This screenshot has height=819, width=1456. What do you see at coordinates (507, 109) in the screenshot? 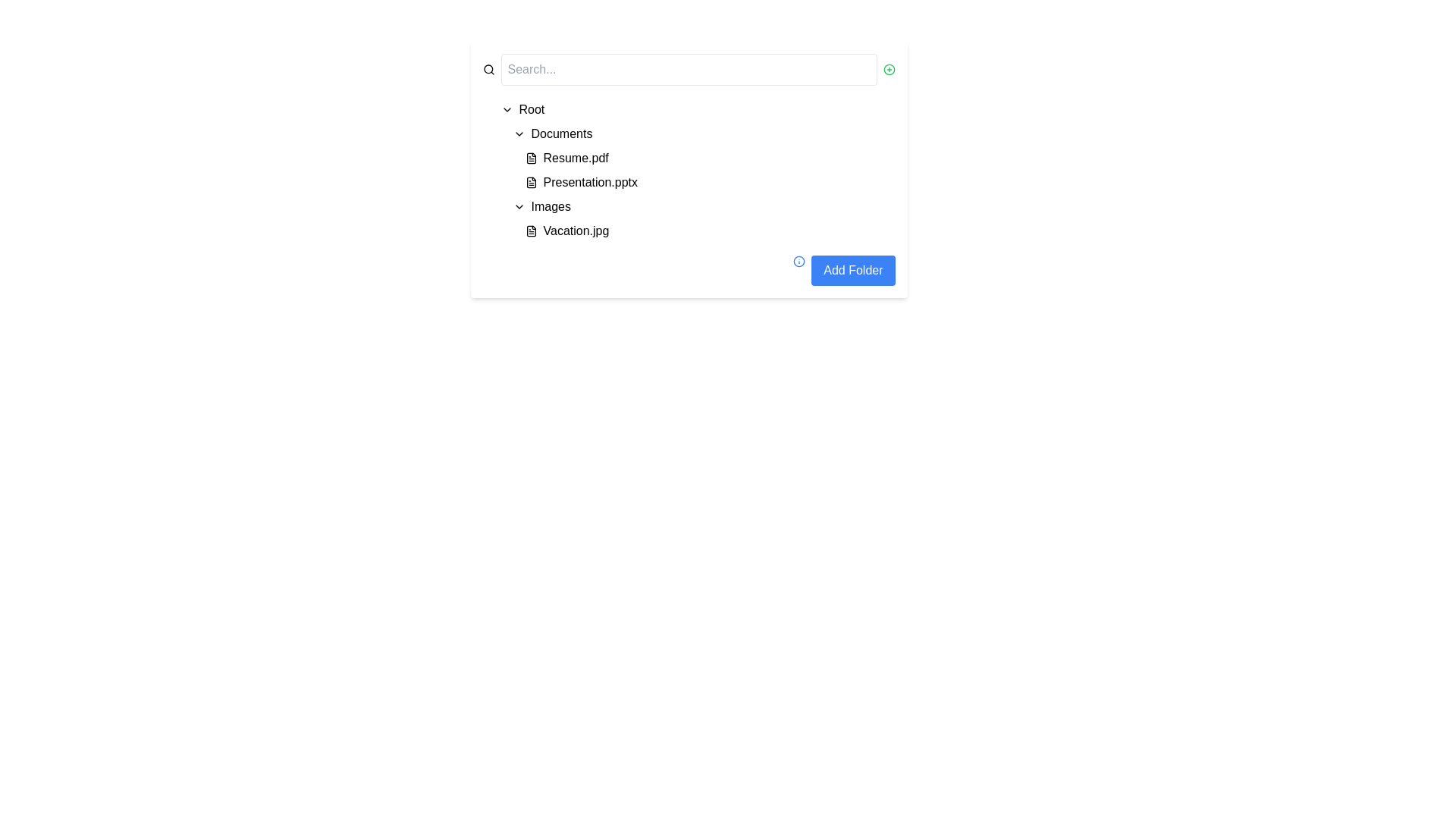
I see `the small downward-pointing chevron icon located before the text label 'Root' in the dropdown interface` at bounding box center [507, 109].